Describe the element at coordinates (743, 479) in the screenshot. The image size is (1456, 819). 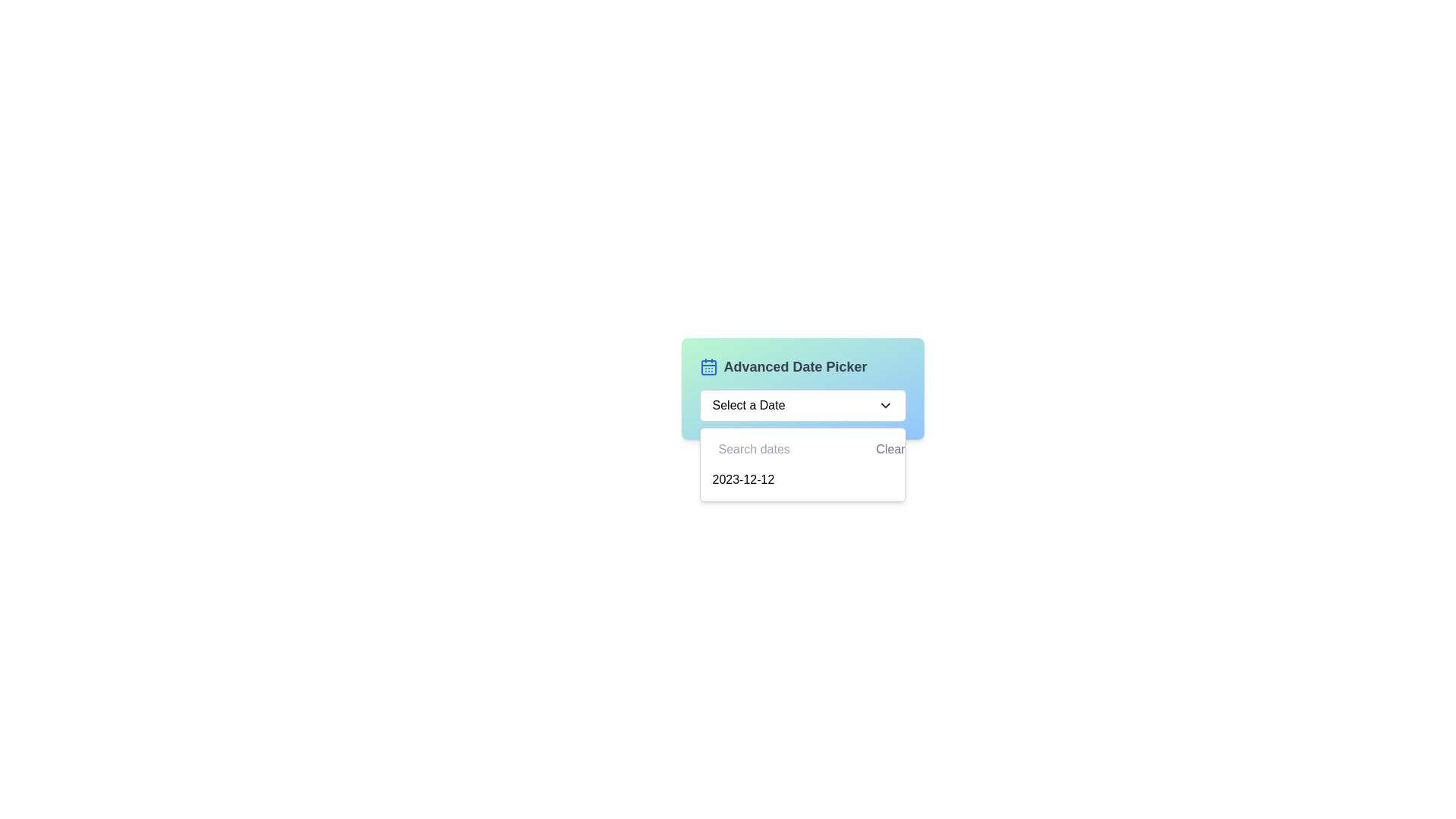
I see `the text displaying the date '2023-12-12' in the dropdown menu under the 'Select a Date' field` at that location.